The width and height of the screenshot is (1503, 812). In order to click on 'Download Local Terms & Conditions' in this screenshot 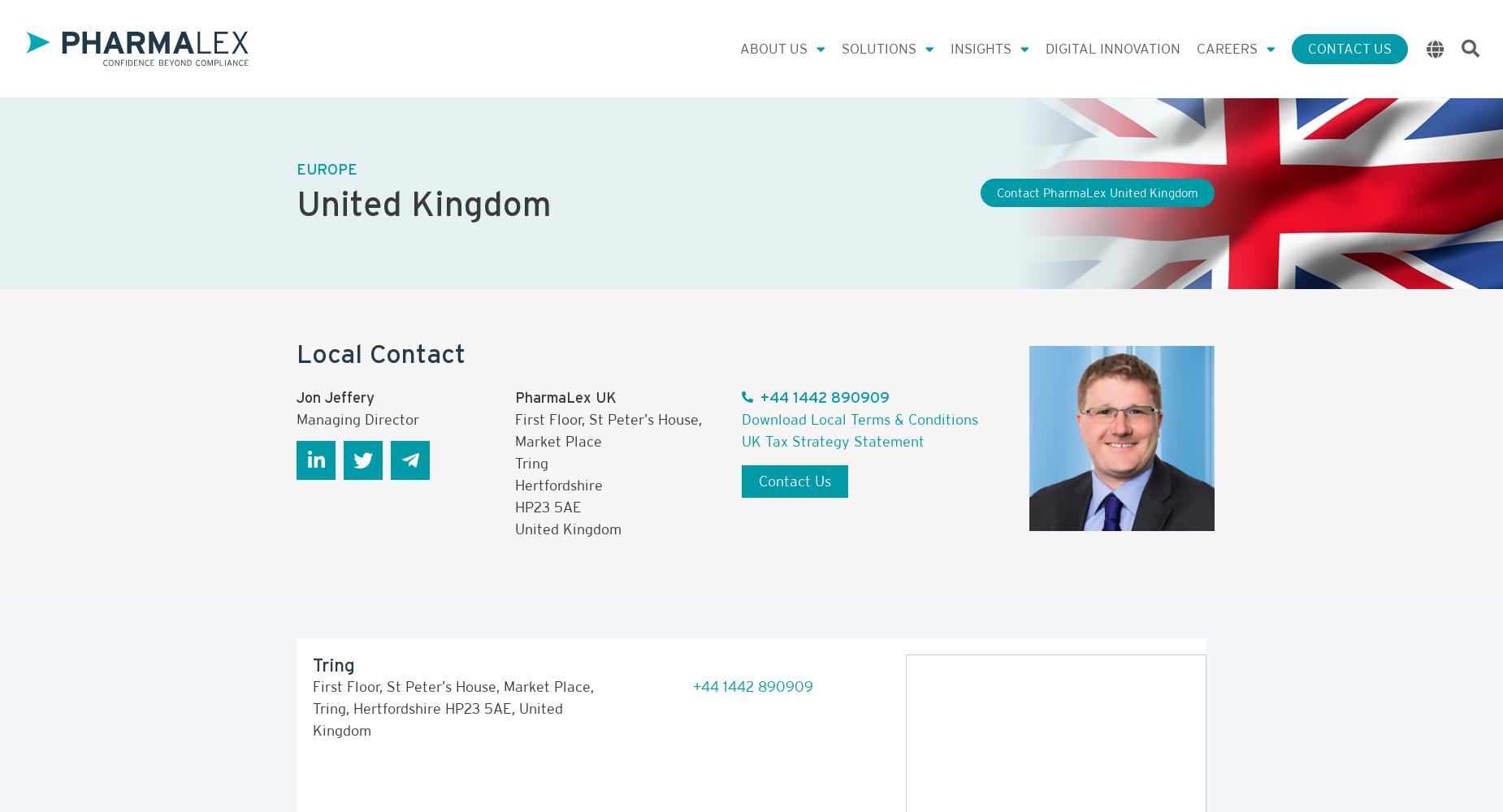, I will do `click(859, 418)`.